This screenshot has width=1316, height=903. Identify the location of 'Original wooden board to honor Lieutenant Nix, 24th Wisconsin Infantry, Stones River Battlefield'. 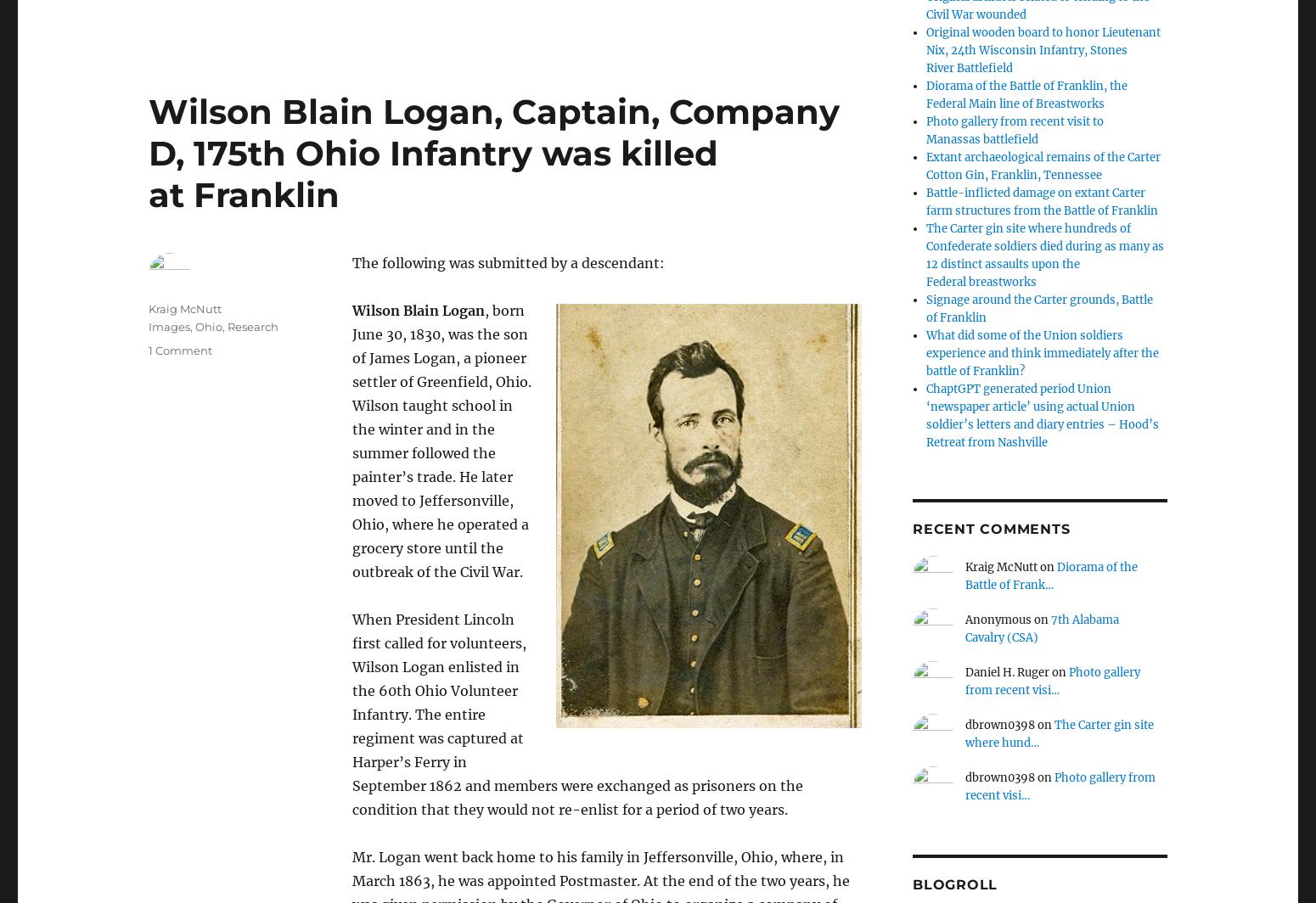
(1043, 49).